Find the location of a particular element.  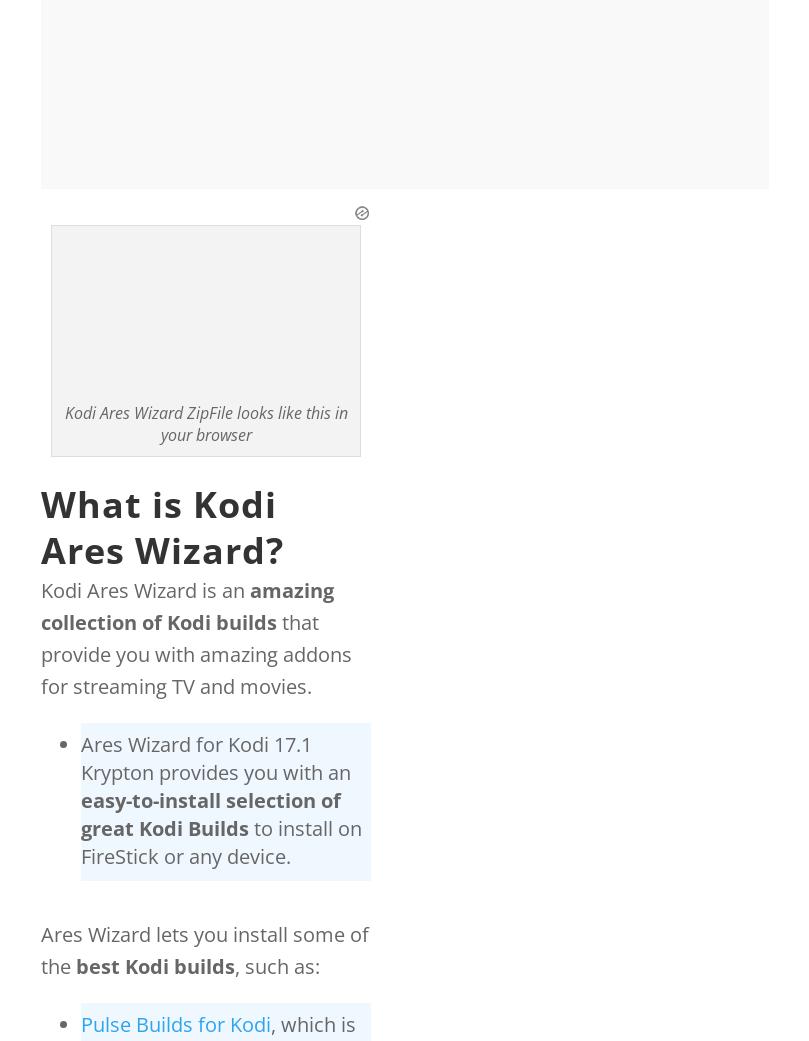

'to install on FireStick or any device.' is located at coordinates (220, 841).